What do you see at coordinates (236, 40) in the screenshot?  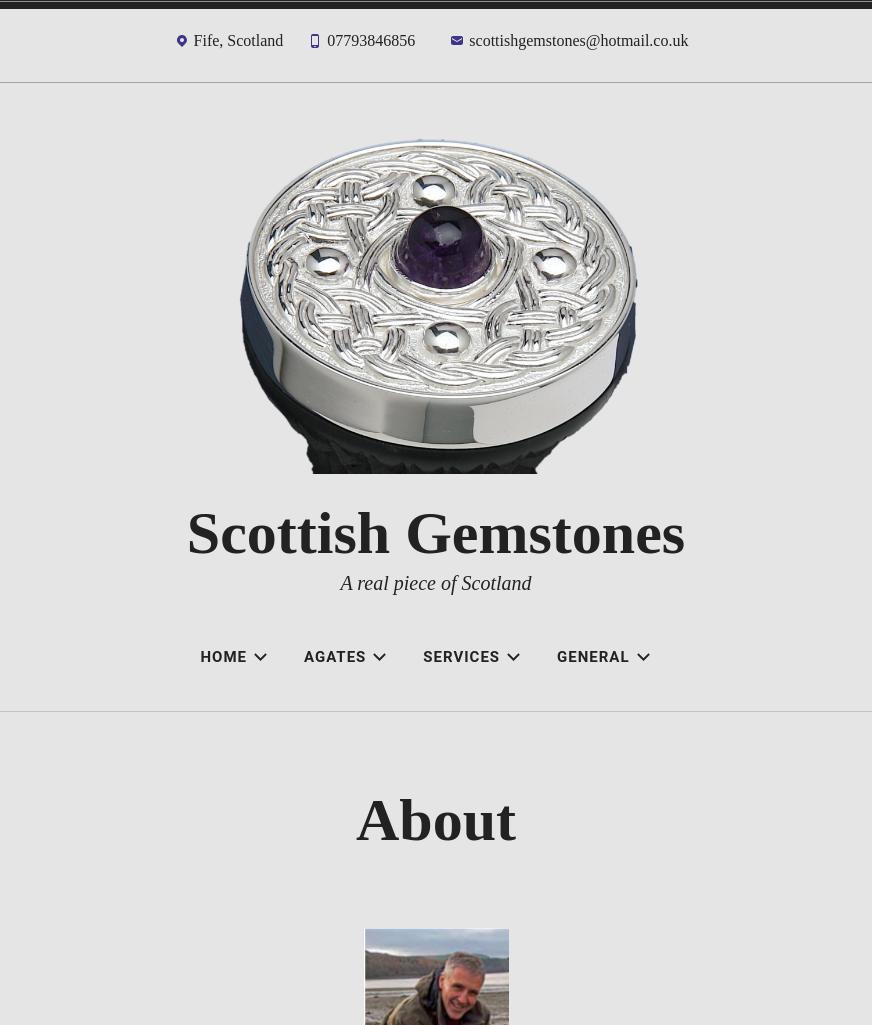 I see `'Fife, Scotland'` at bounding box center [236, 40].